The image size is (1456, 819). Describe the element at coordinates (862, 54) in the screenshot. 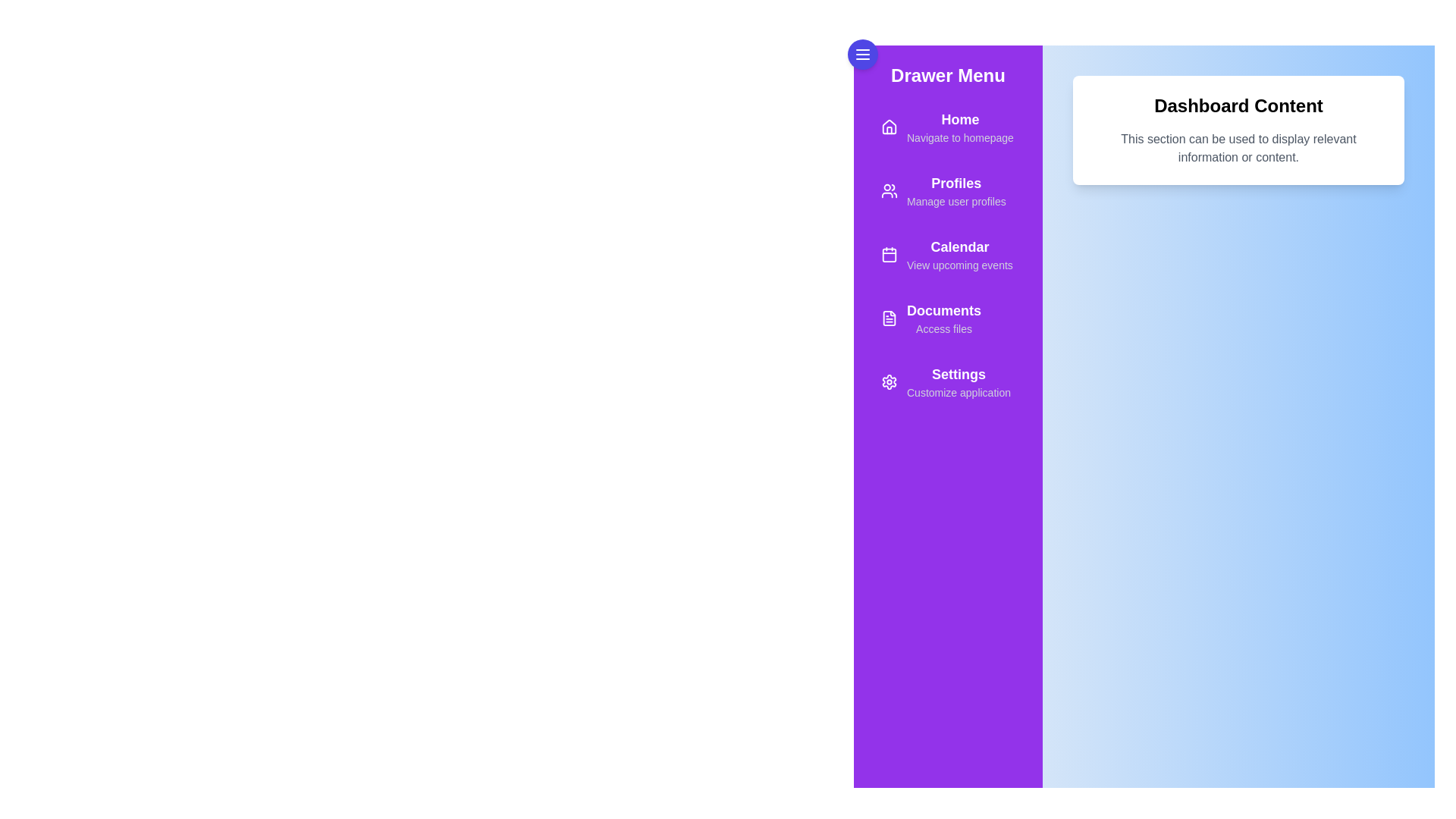

I see `the toggle button to toggle the drawer visibility` at that location.